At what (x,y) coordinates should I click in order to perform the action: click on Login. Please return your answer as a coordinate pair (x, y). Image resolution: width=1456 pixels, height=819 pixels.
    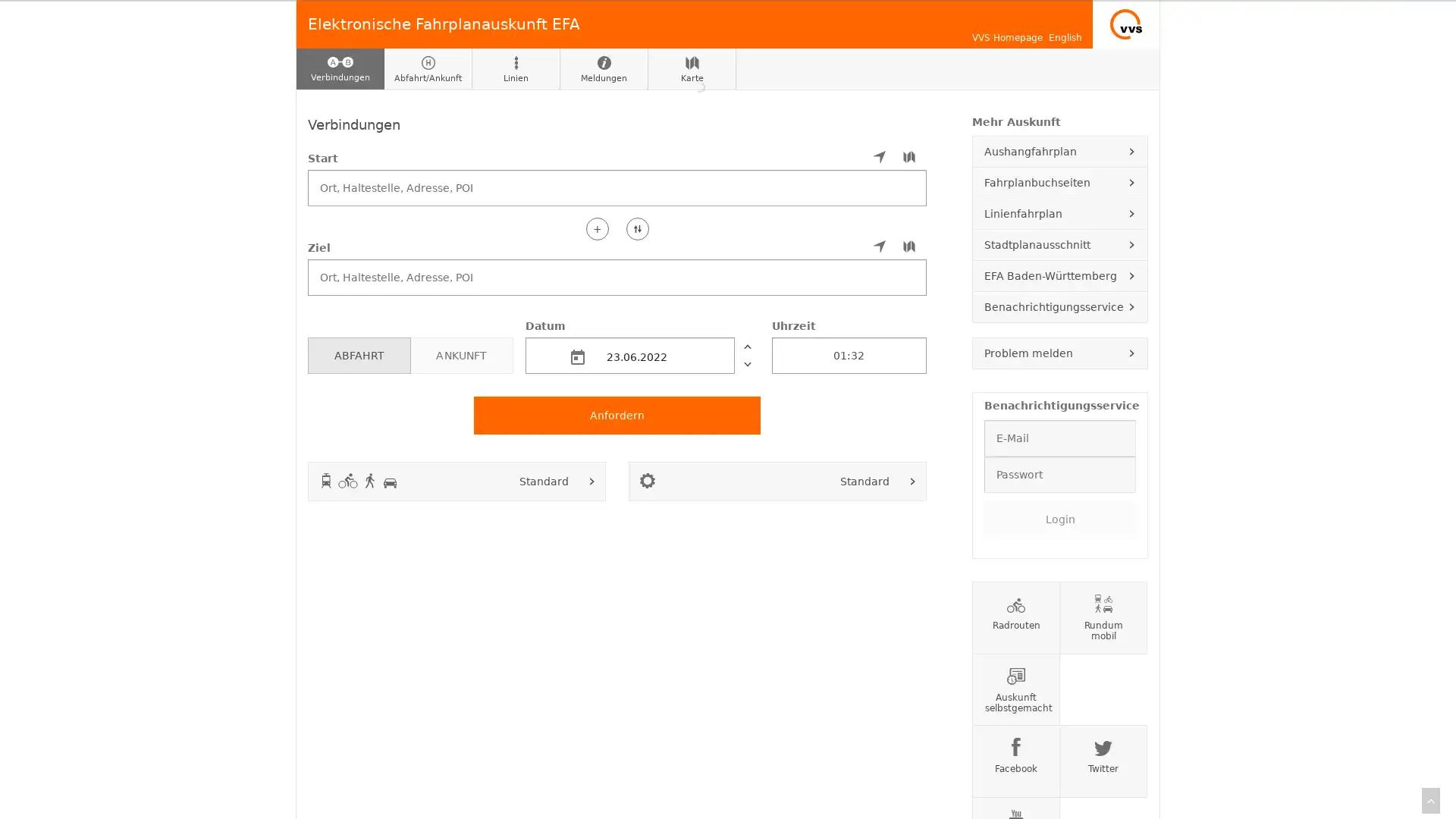
    Looking at the image, I should click on (1059, 517).